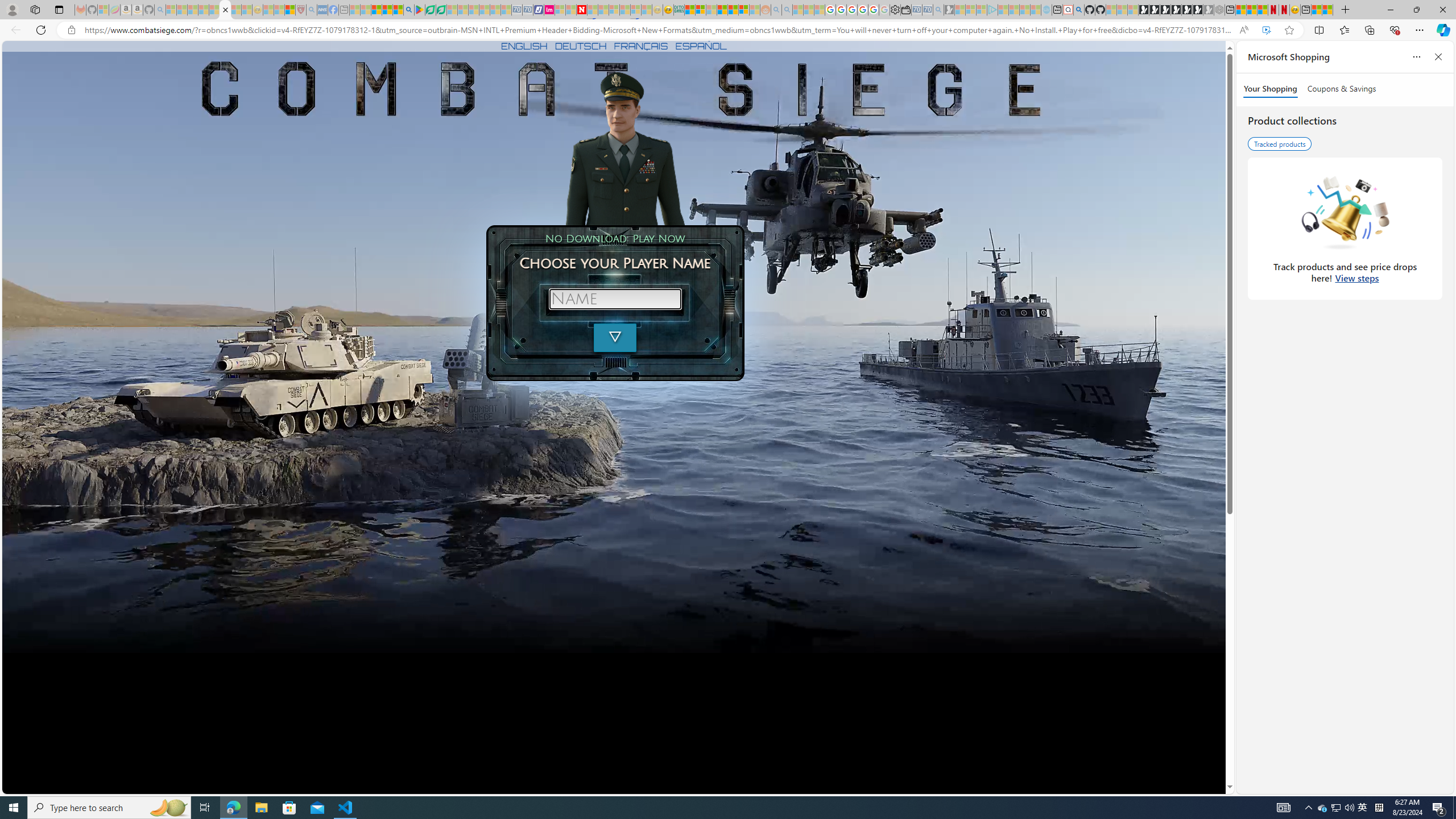 This screenshot has height=819, width=1456. I want to click on 'Pets - MSN', so click(387, 9).